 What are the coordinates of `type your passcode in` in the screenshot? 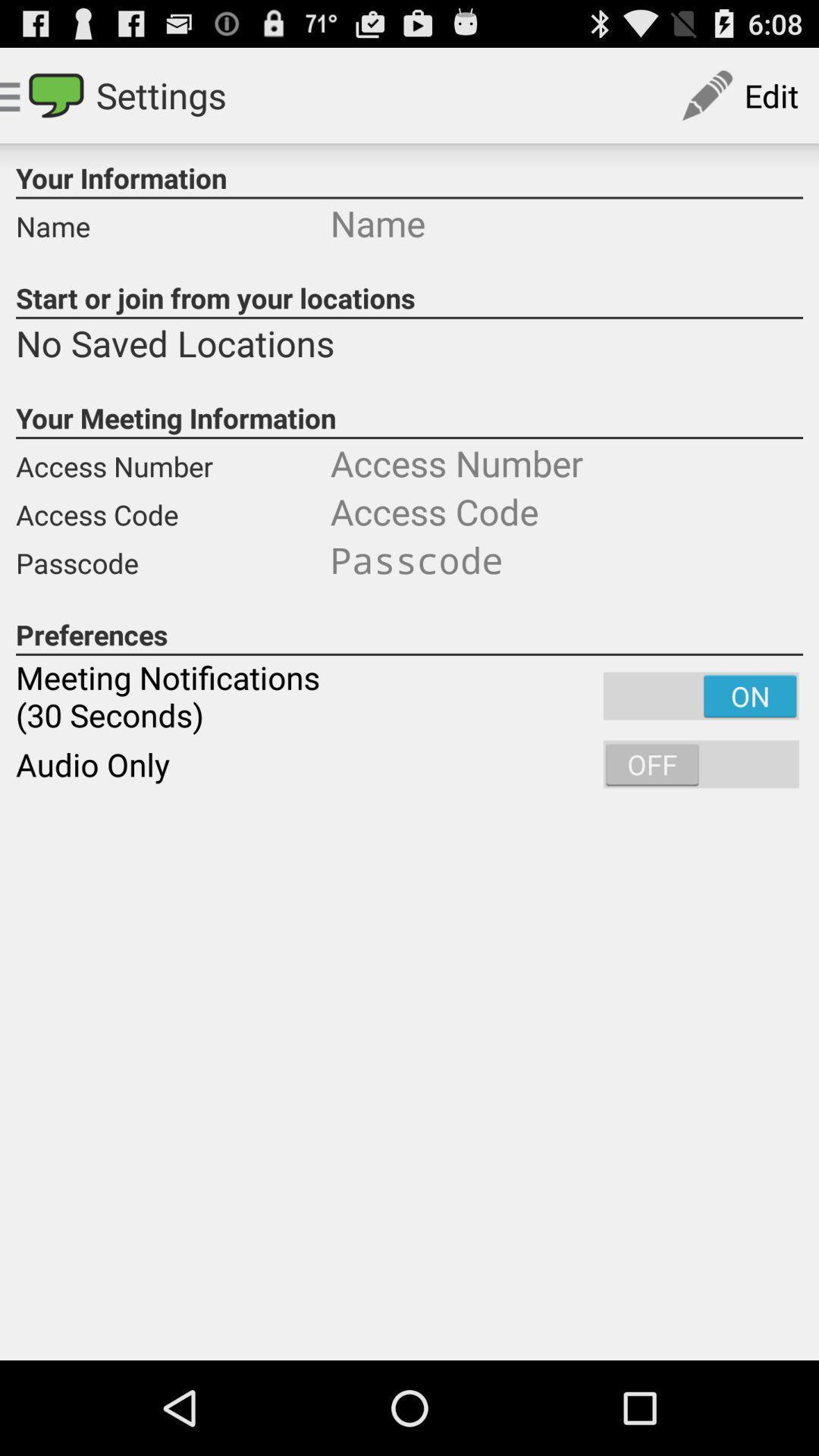 It's located at (566, 559).